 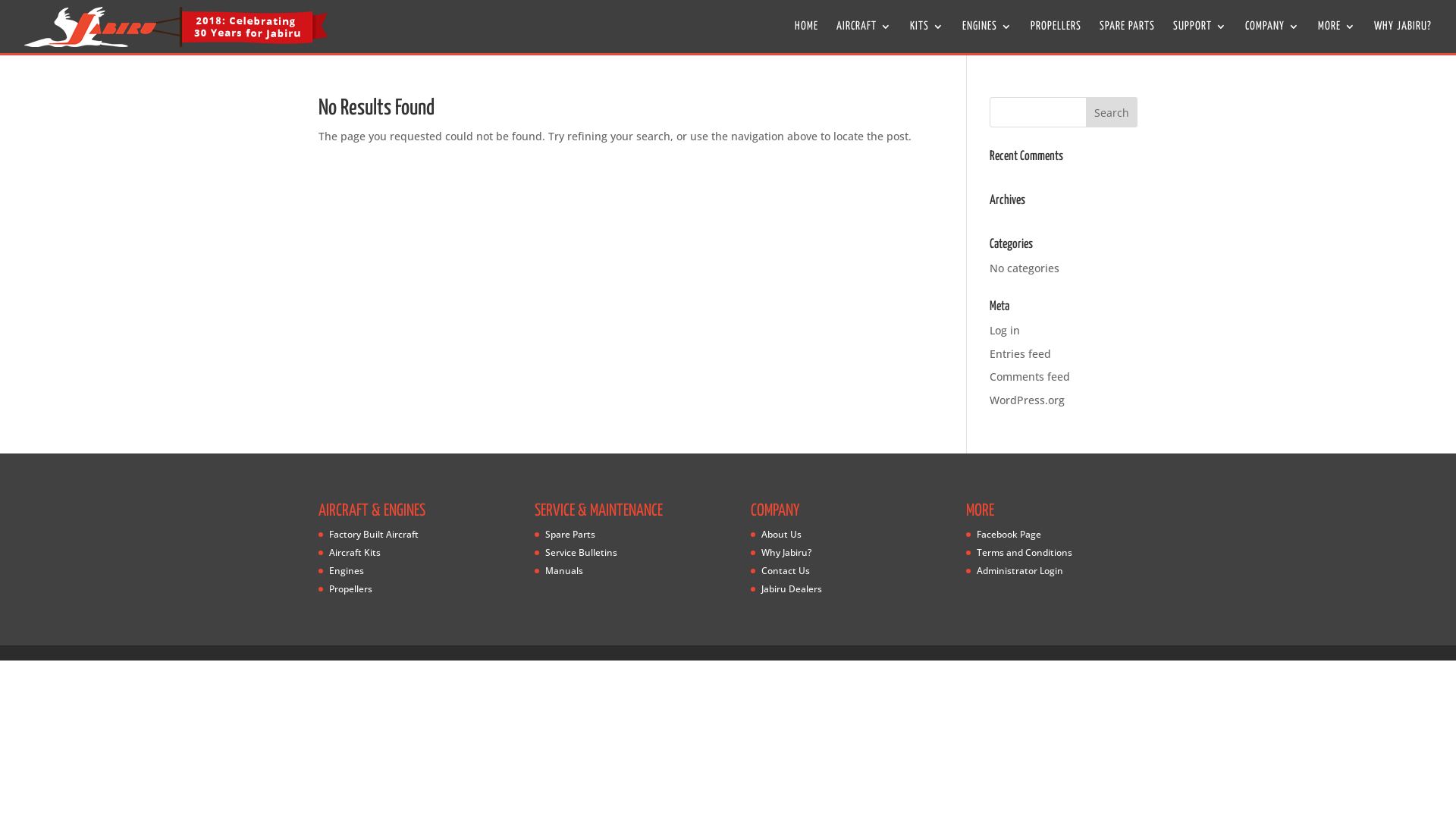 What do you see at coordinates (1055, 36) in the screenshot?
I see `'PROPELLERS'` at bounding box center [1055, 36].